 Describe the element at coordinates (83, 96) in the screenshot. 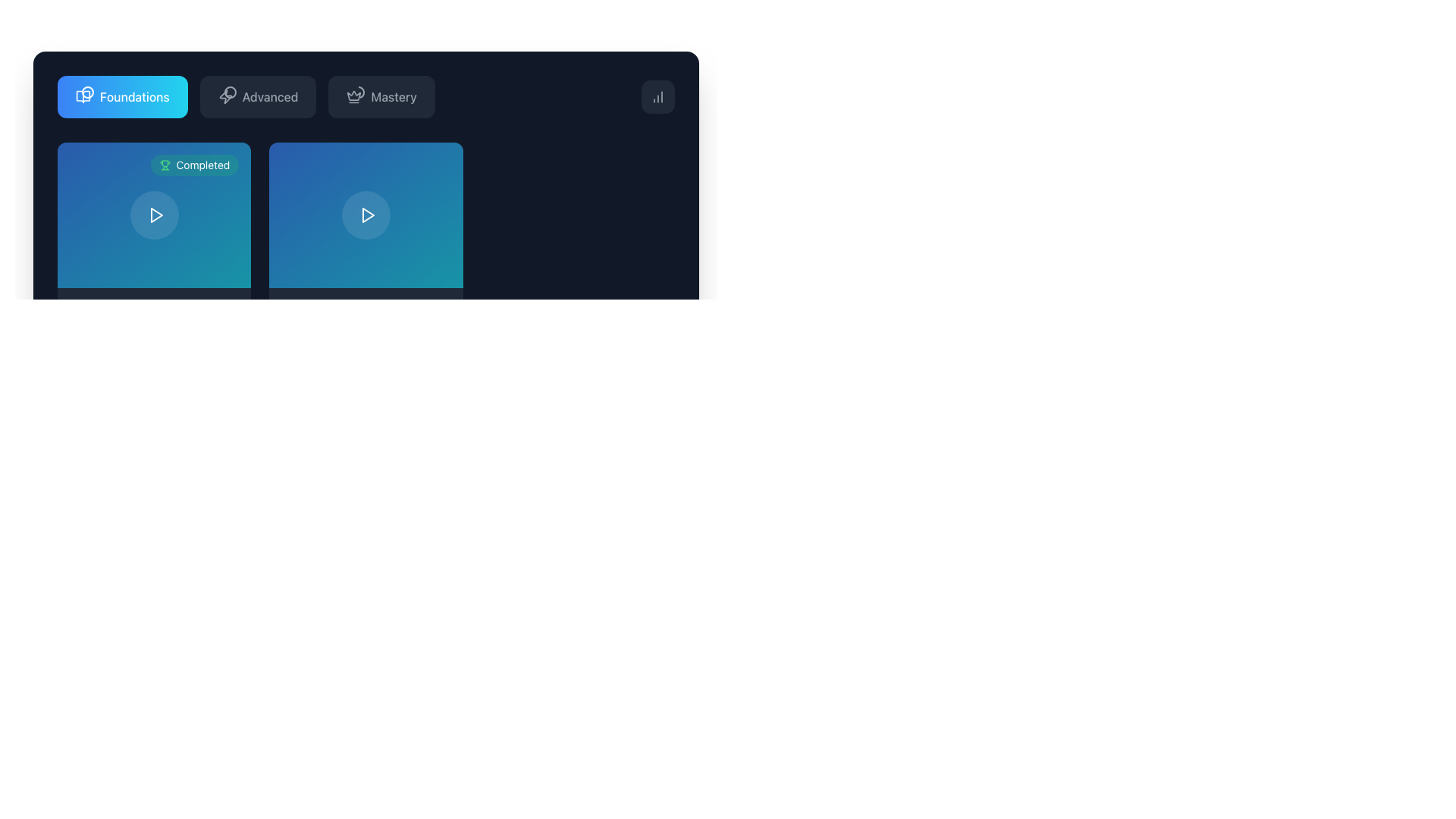

I see `the 'Foundations' tab icon located at the top-left section of the interface` at that location.